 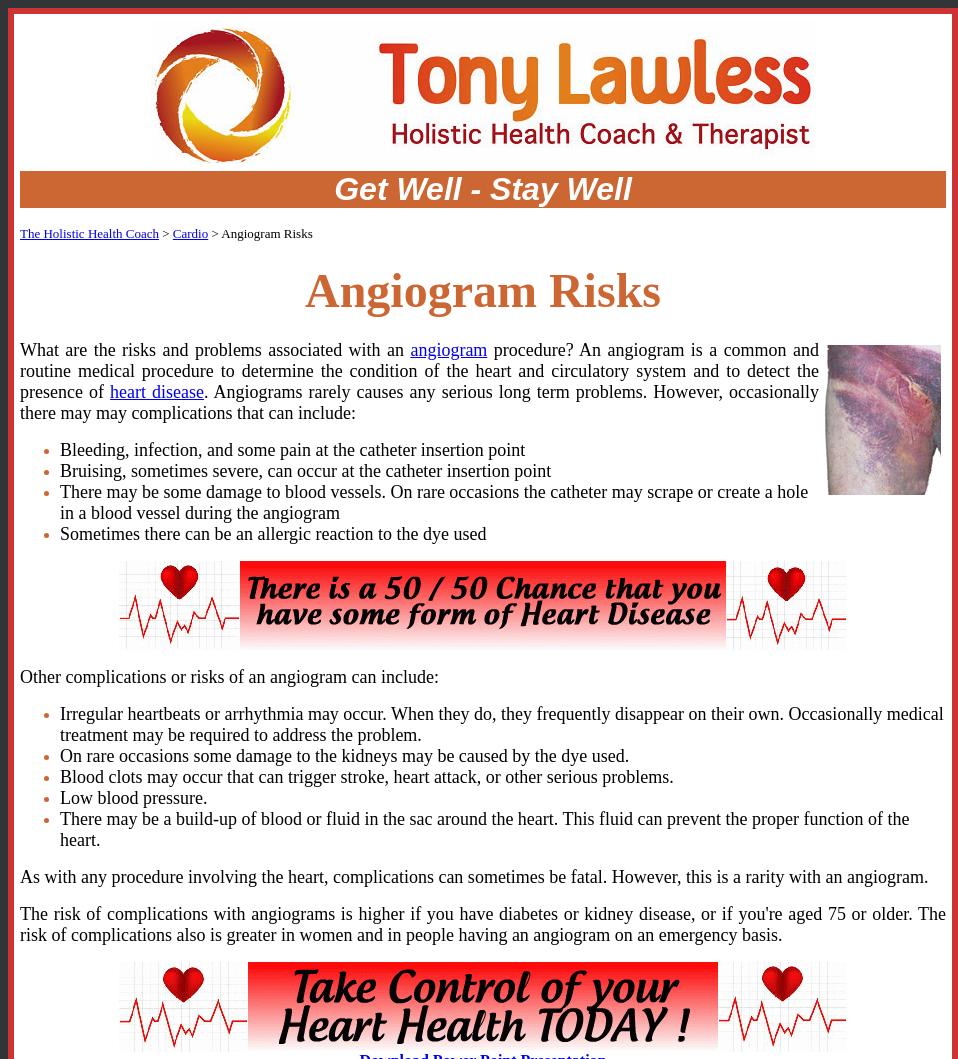 What do you see at coordinates (19, 876) in the screenshot?
I see `'As with 
        any procedure involving the heart, complications can sometimes be fatal. 
        However, this is a rarity with an angiogram.'` at bounding box center [19, 876].